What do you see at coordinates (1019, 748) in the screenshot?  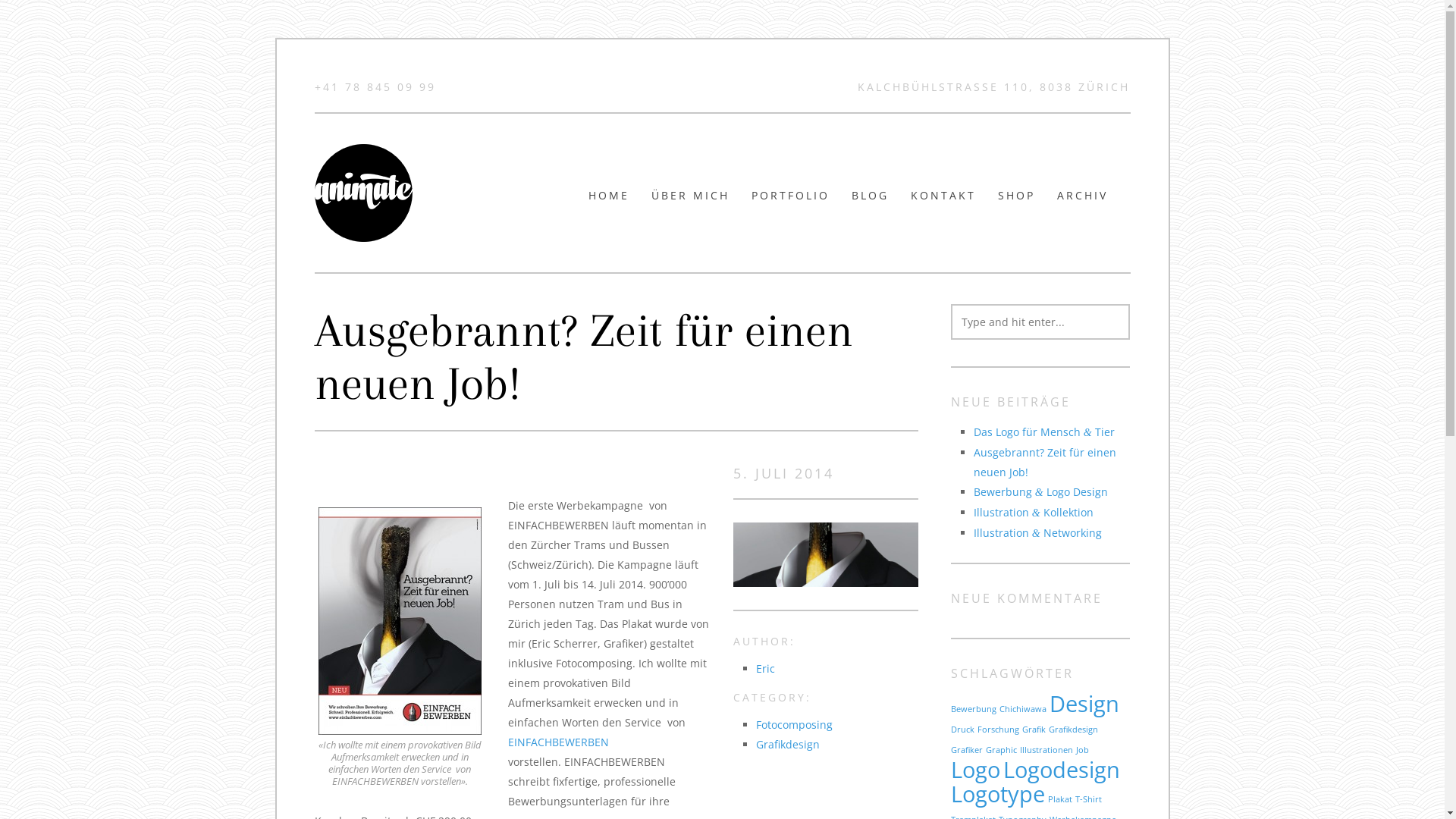 I see `'Illustrationen'` at bounding box center [1019, 748].